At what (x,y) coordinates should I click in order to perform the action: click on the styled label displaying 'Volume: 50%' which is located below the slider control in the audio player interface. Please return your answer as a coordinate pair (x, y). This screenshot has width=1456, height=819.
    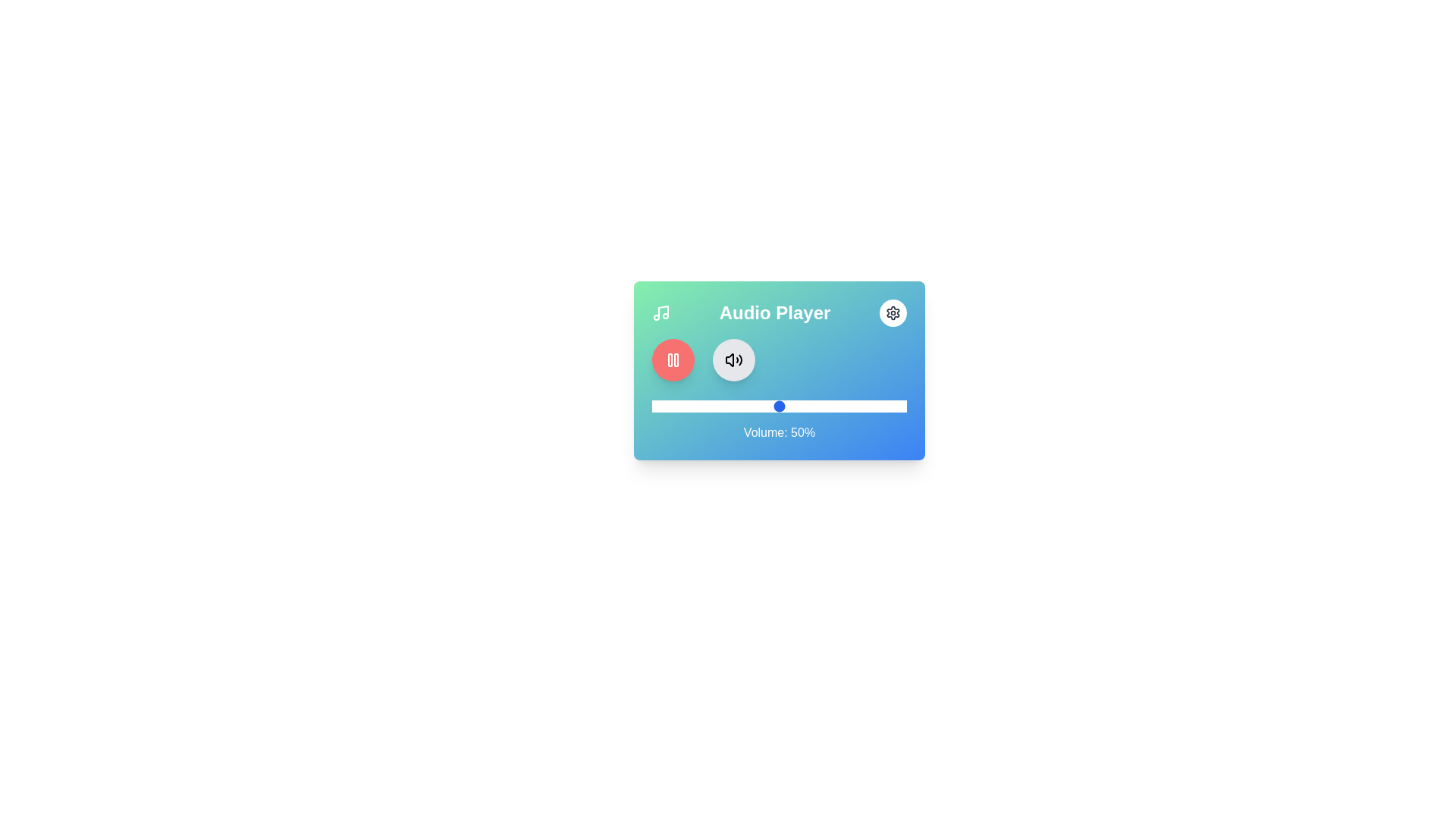
    Looking at the image, I should click on (779, 421).